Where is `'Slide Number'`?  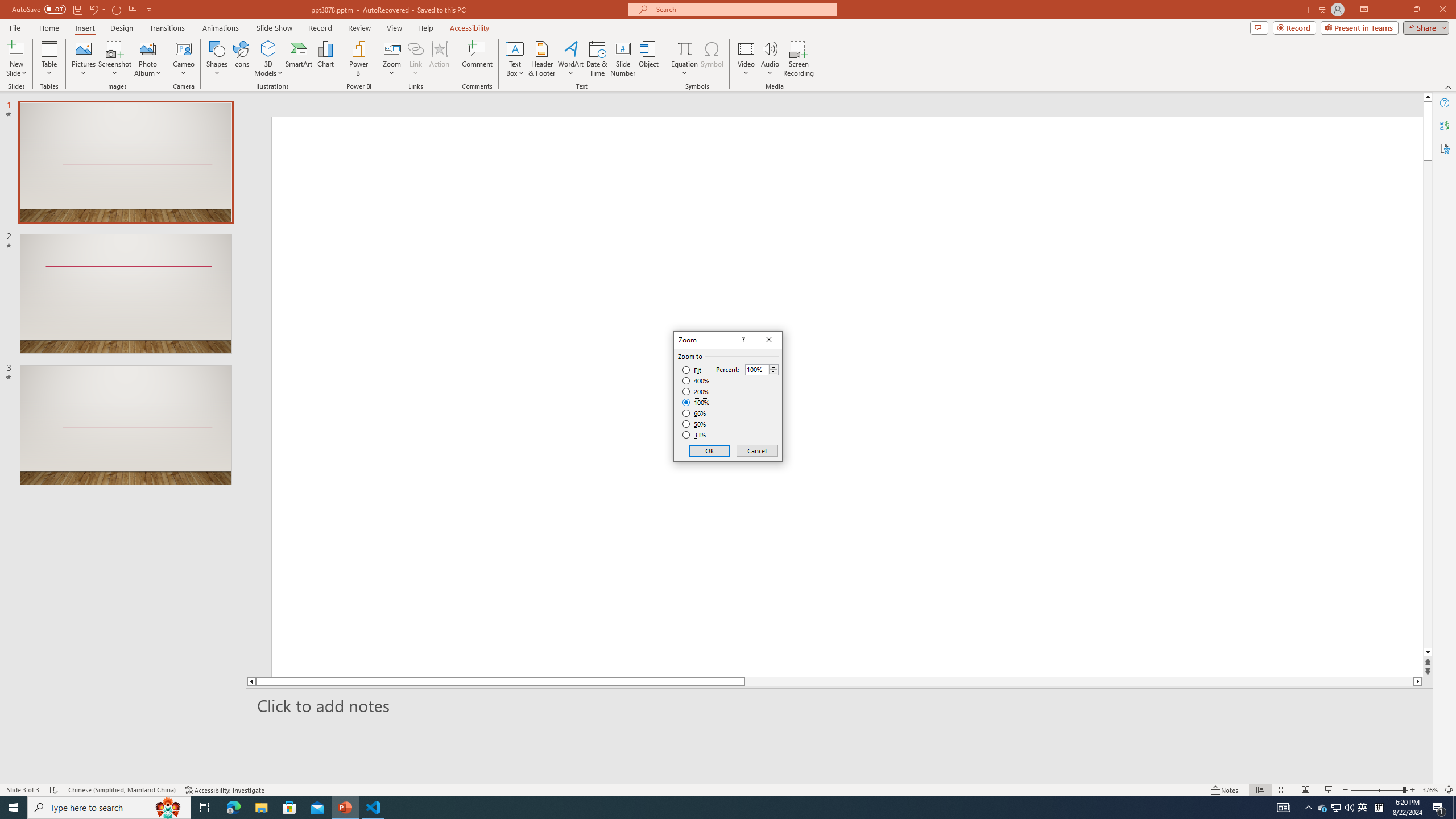
'Slide Number' is located at coordinates (622, 59).